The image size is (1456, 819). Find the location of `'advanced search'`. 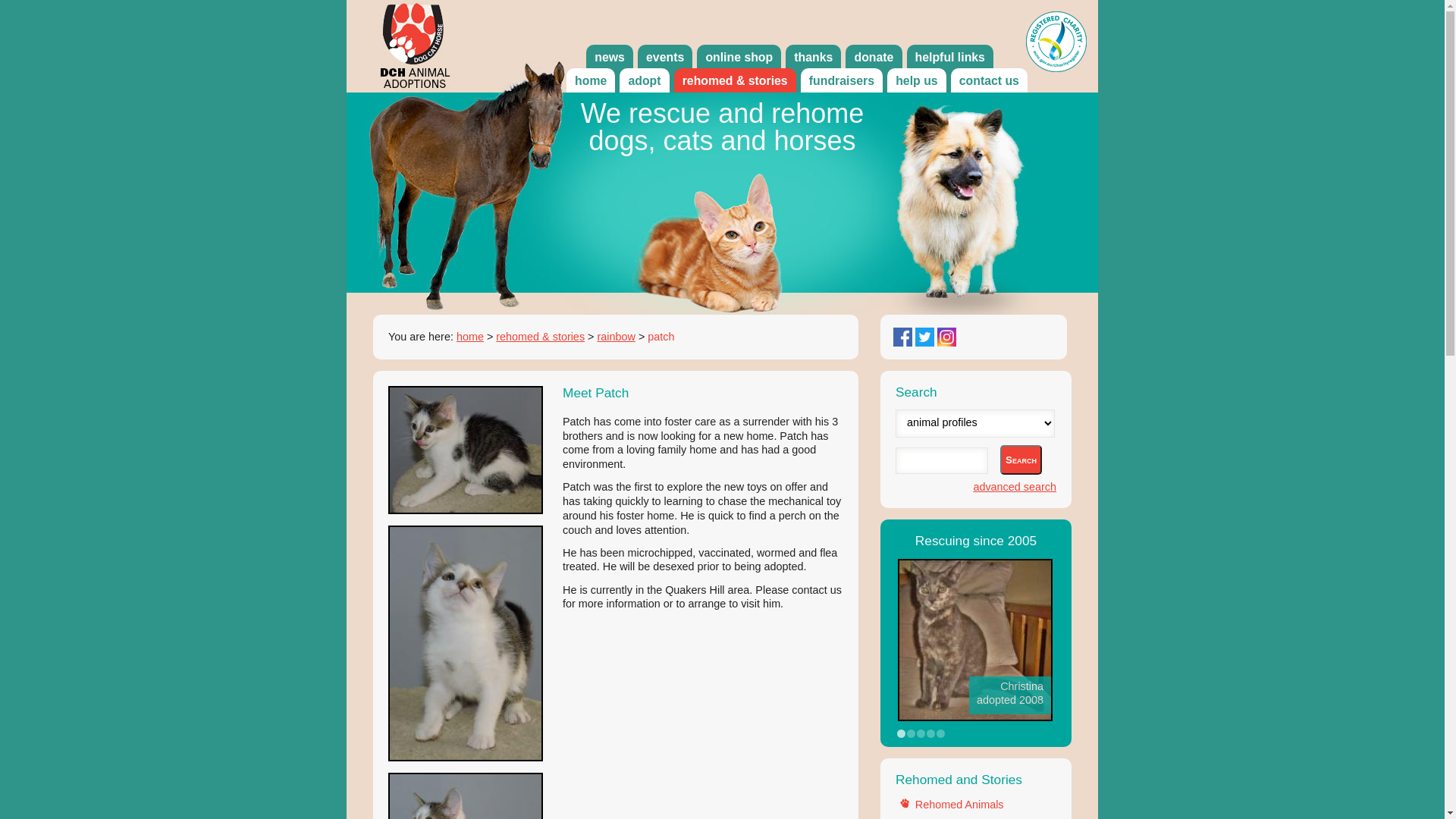

'advanced search' is located at coordinates (1015, 486).